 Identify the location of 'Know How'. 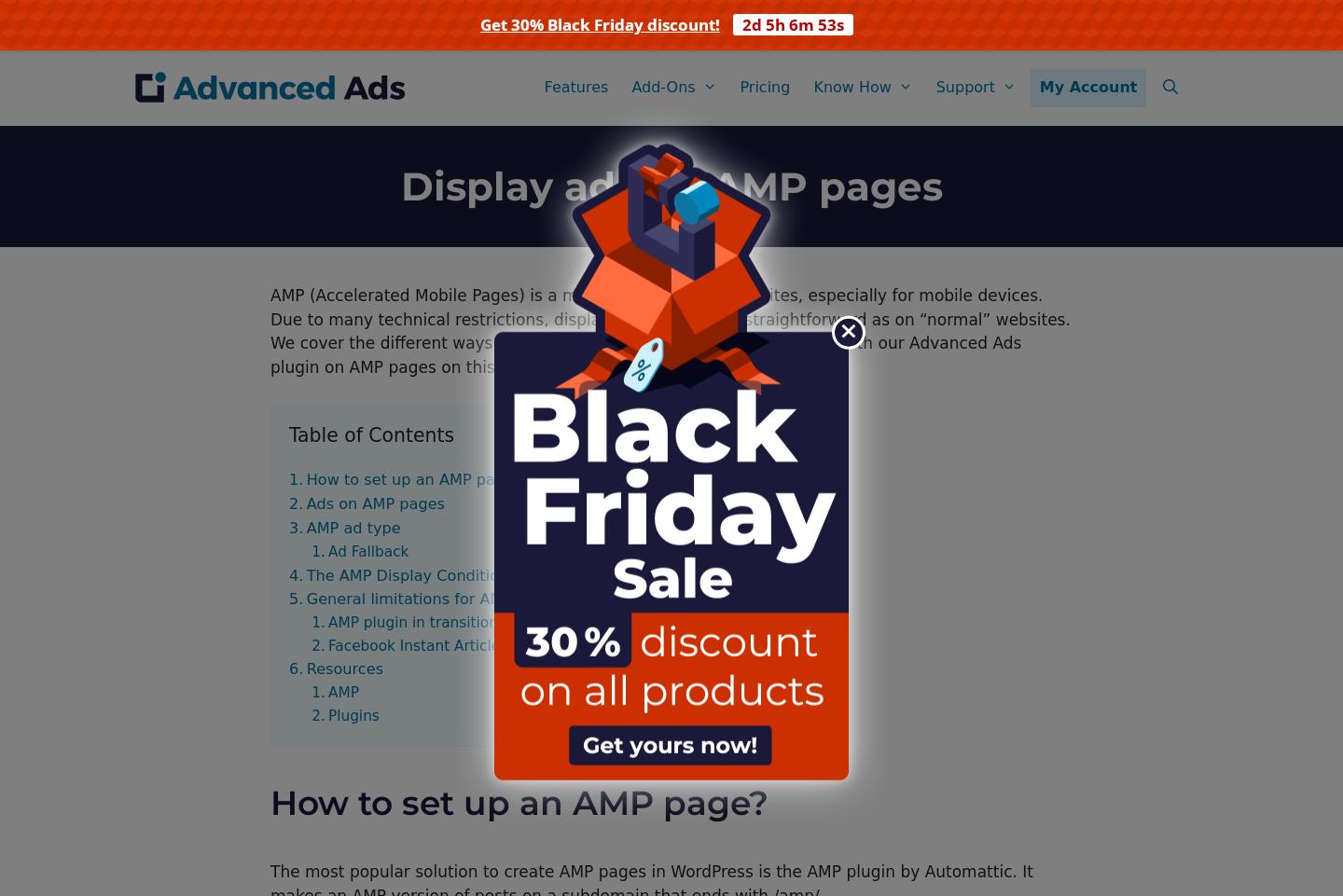
(851, 87).